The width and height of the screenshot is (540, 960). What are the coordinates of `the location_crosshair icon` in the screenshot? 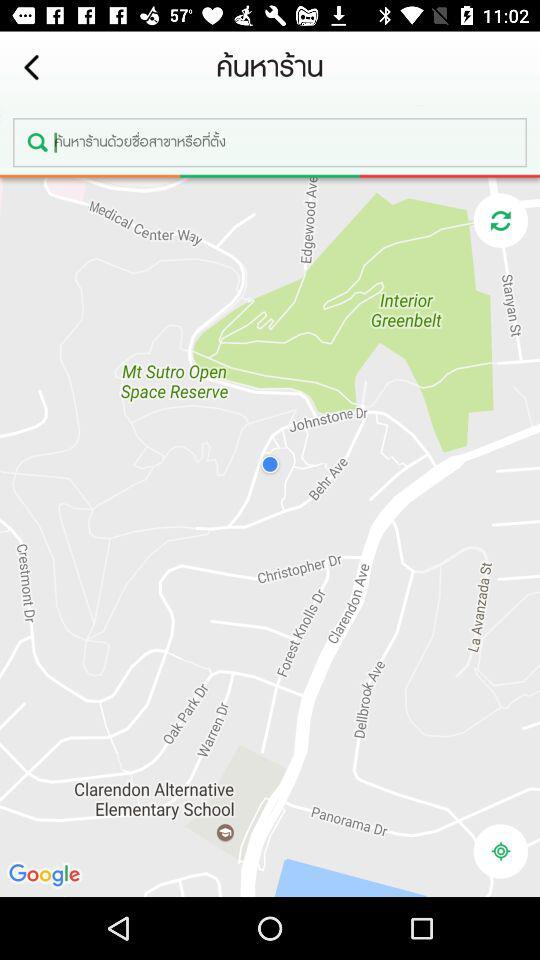 It's located at (499, 850).